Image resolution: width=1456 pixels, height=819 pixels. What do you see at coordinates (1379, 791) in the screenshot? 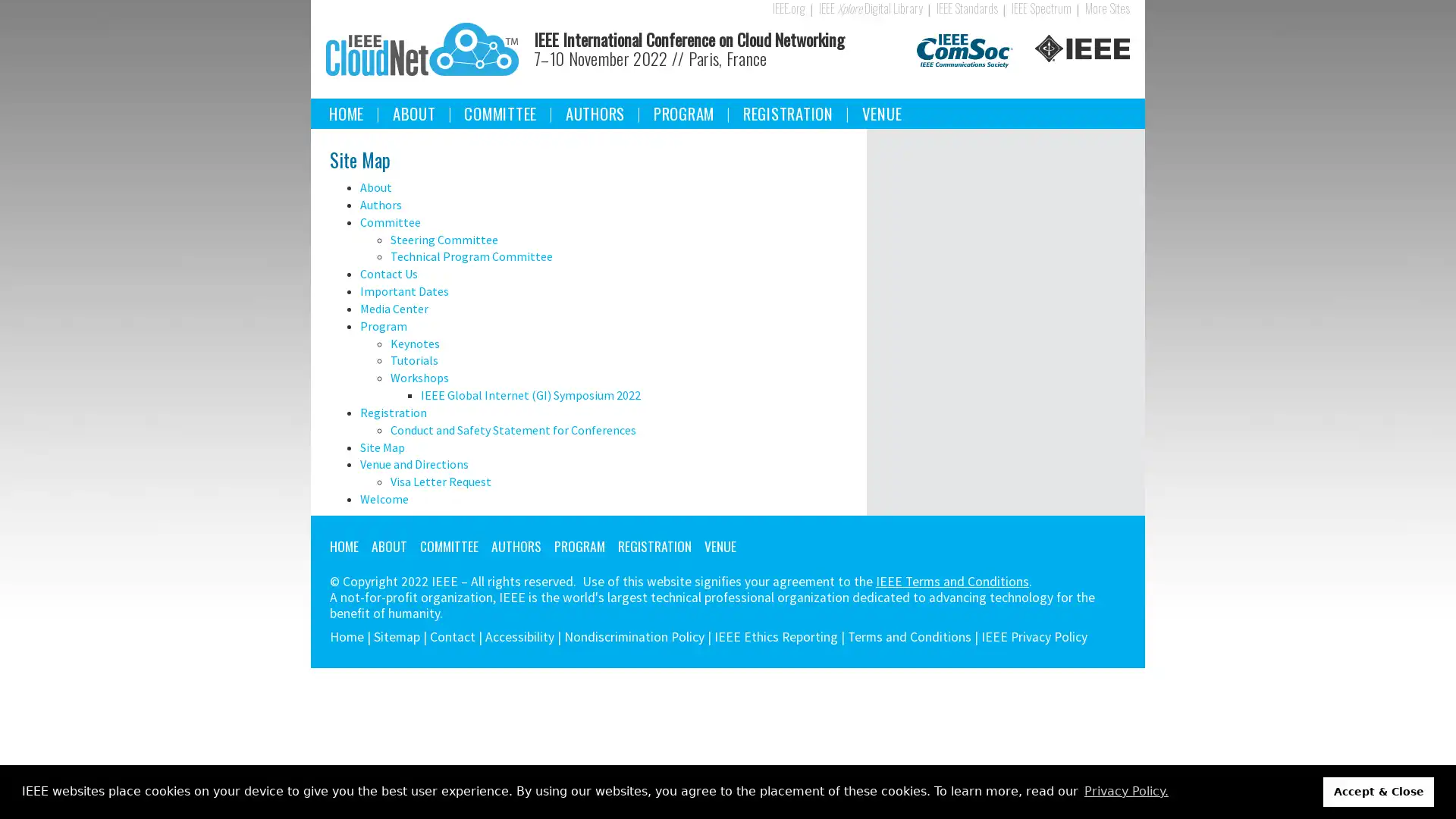
I see `dismiss cookie message` at bounding box center [1379, 791].